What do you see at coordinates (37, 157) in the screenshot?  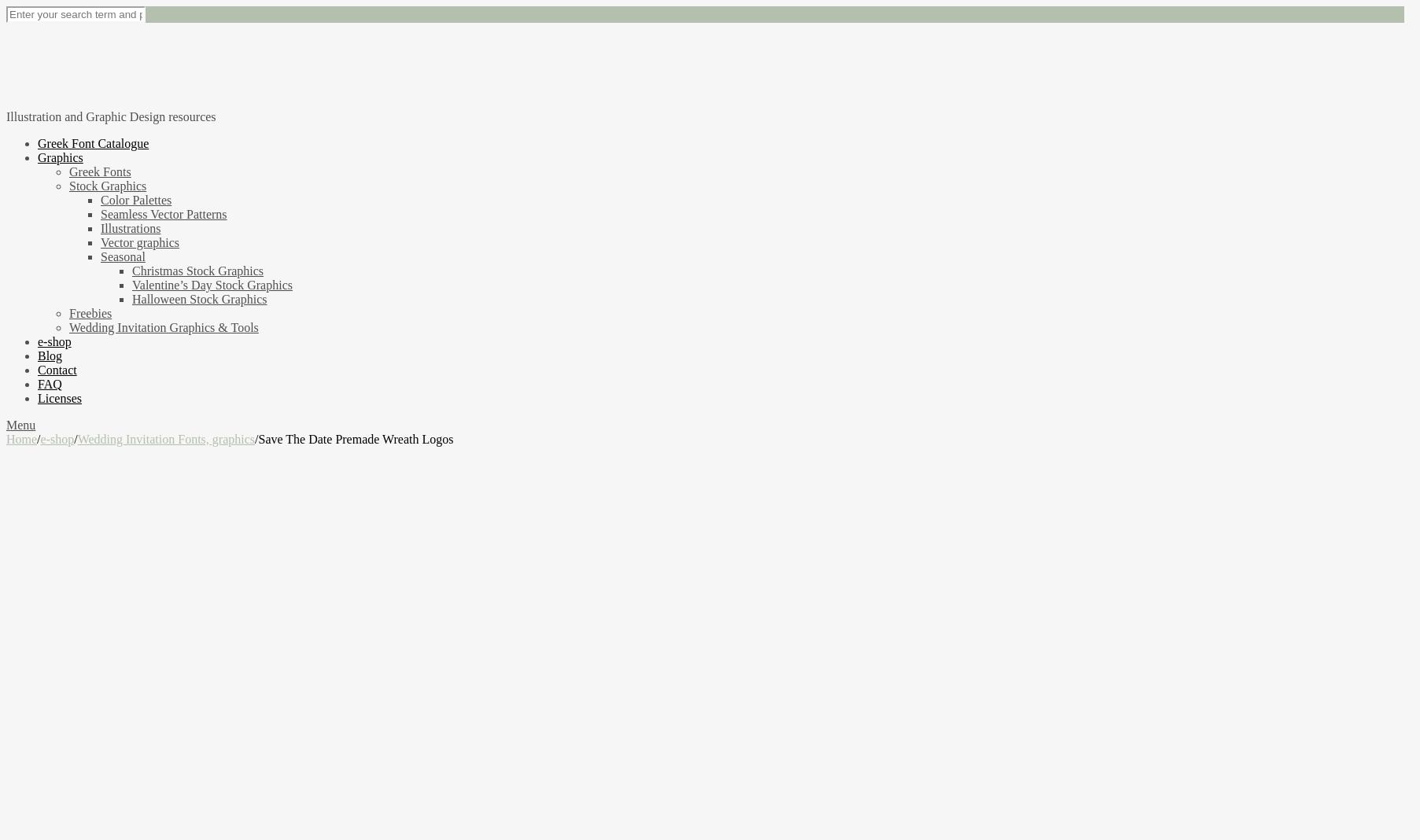 I see `'Graphics'` at bounding box center [37, 157].